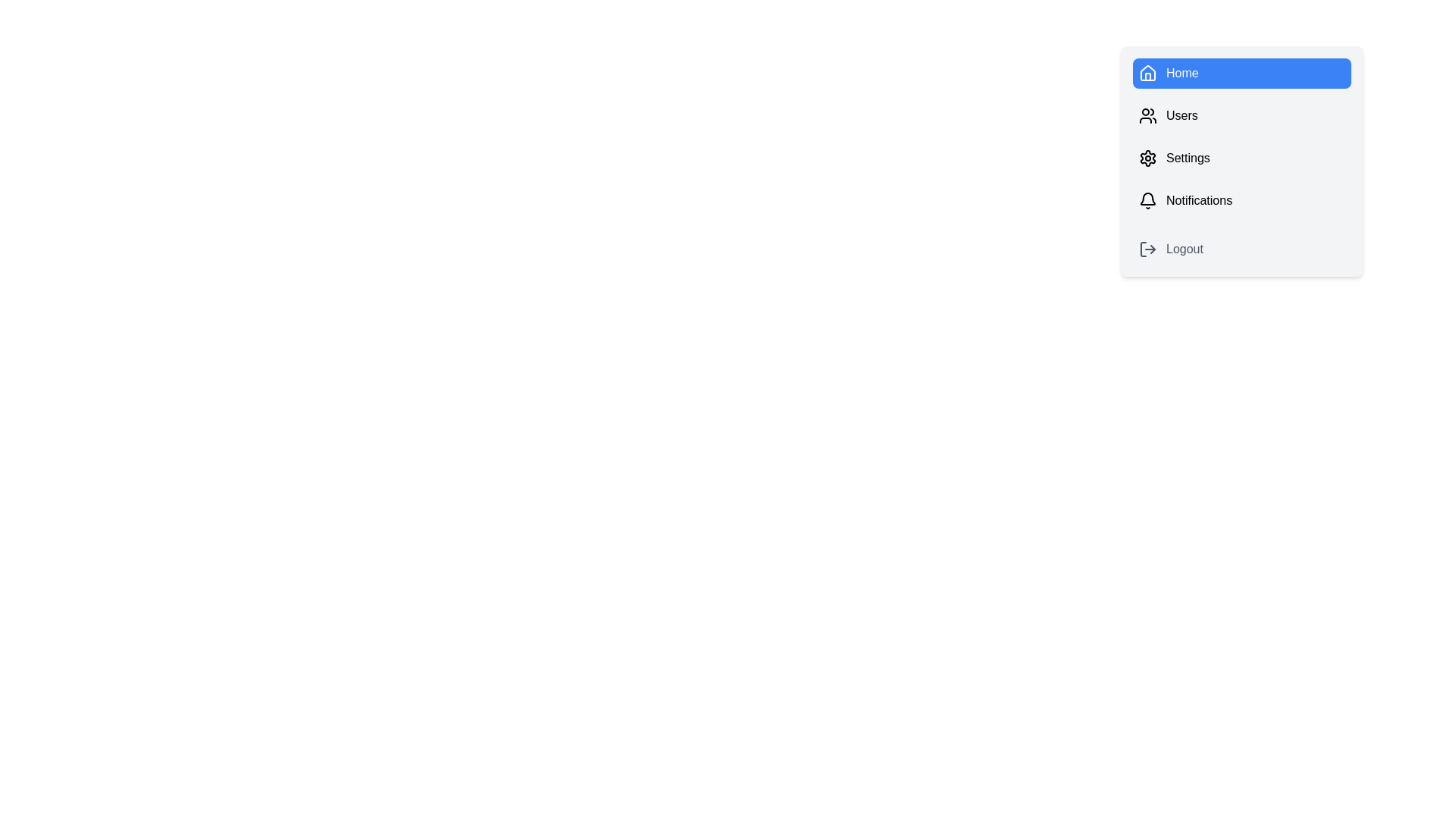 The height and width of the screenshot is (819, 1456). Describe the element at coordinates (1147, 73) in the screenshot. I see `the 'Home' visual icon` at that location.